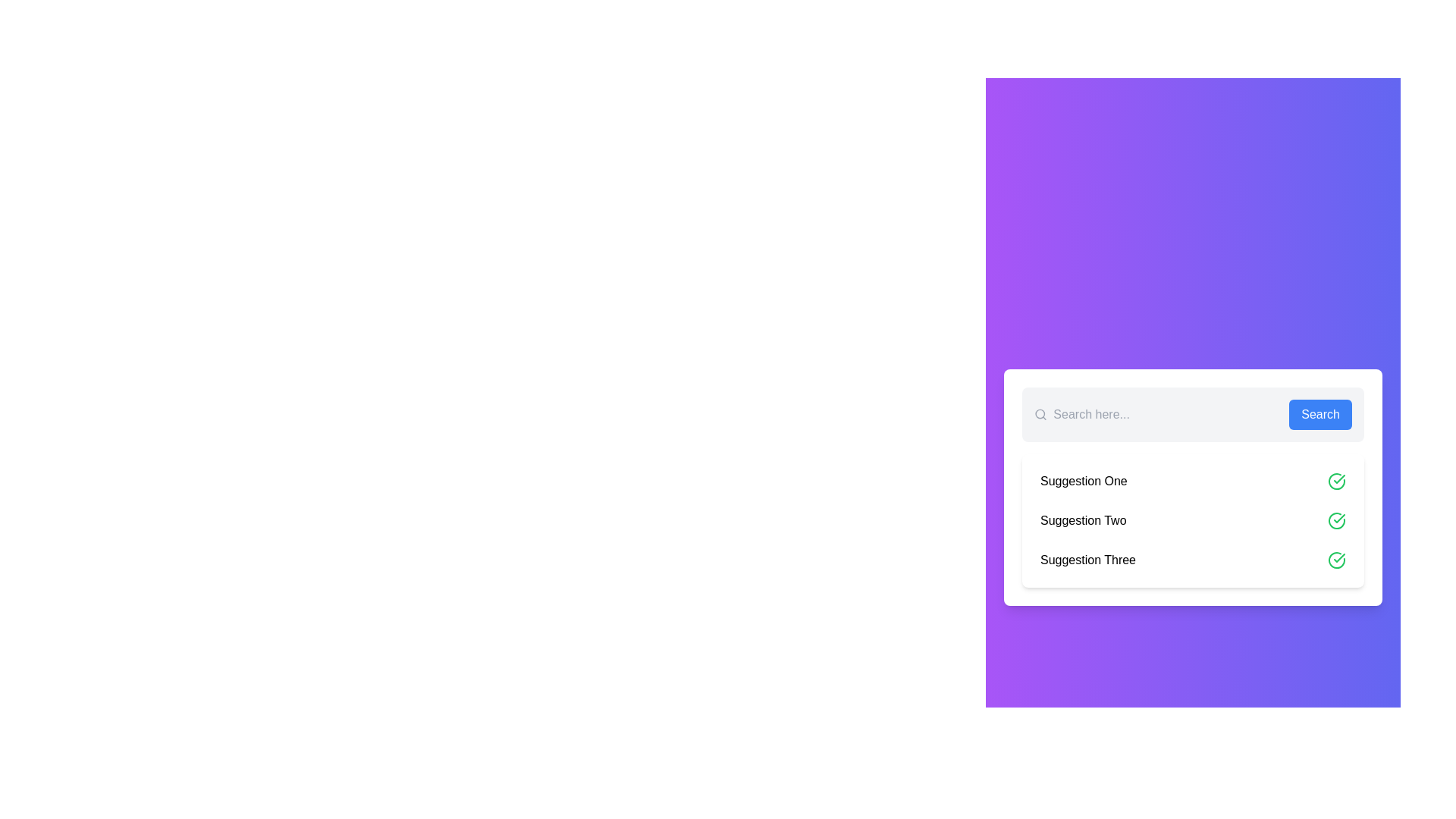  I want to click on the graphical icon that indicates successful selection, located in the third row to the far right of 'Suggestion Two', so click(1336, 560).